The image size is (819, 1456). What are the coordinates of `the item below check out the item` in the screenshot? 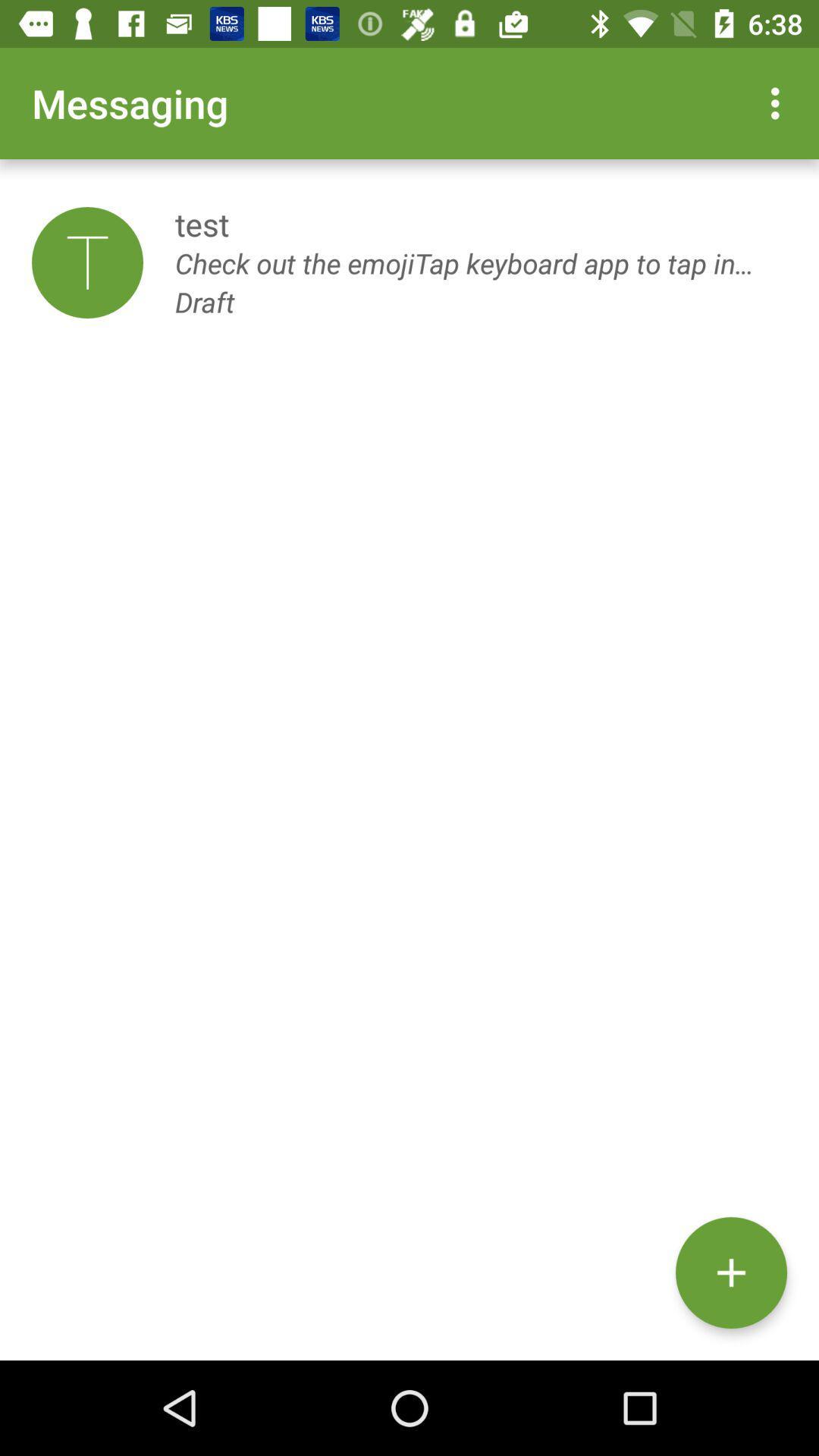 It's located at (730, 1272).